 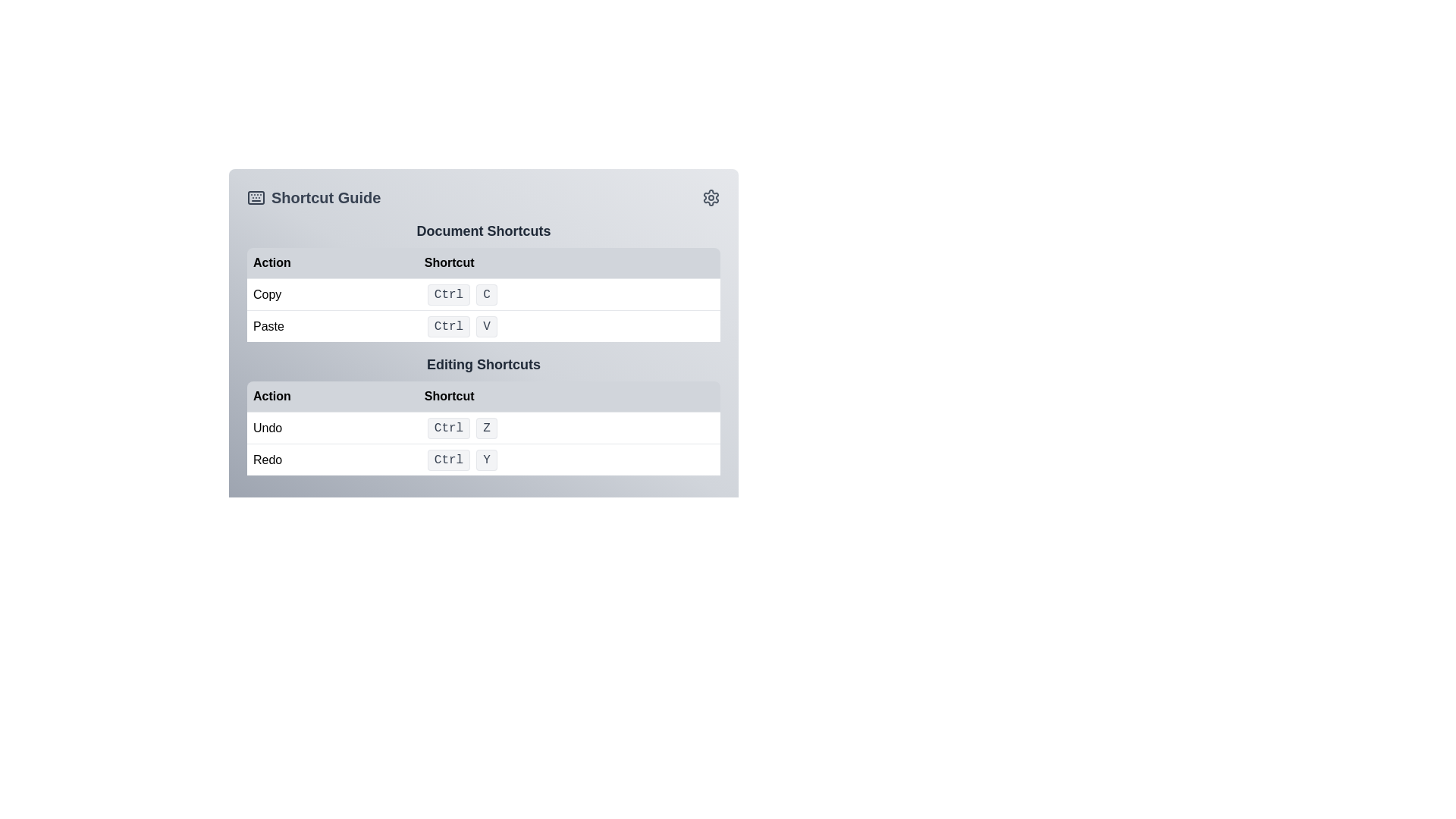 I want to click on keyboard shortcuts listed in the Text section with tabular layout, which is located below the 'Document Shortcuts' section, so click(x=483, y=415).